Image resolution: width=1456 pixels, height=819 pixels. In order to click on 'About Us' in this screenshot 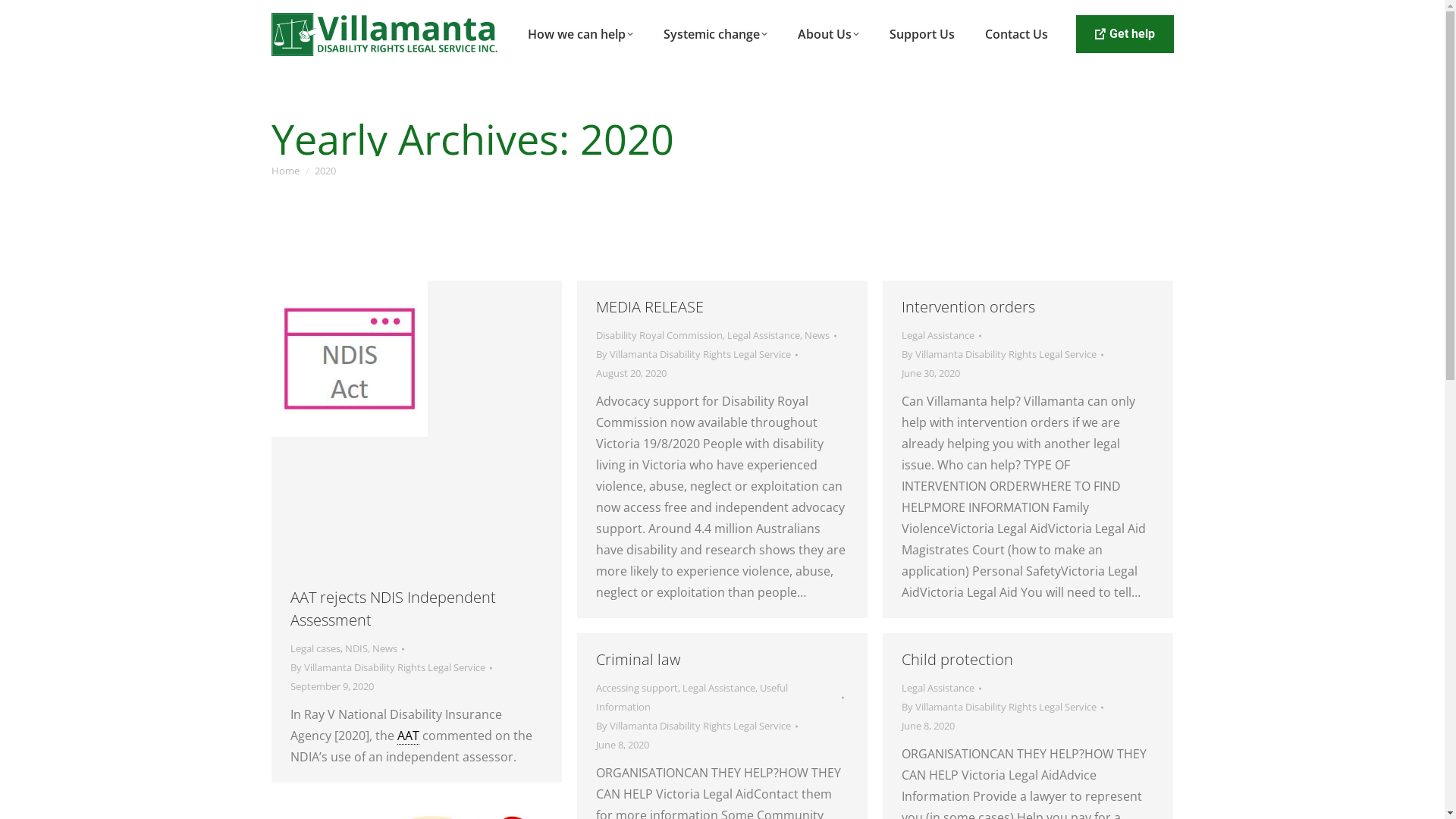, I will do `click(827, 34)`.